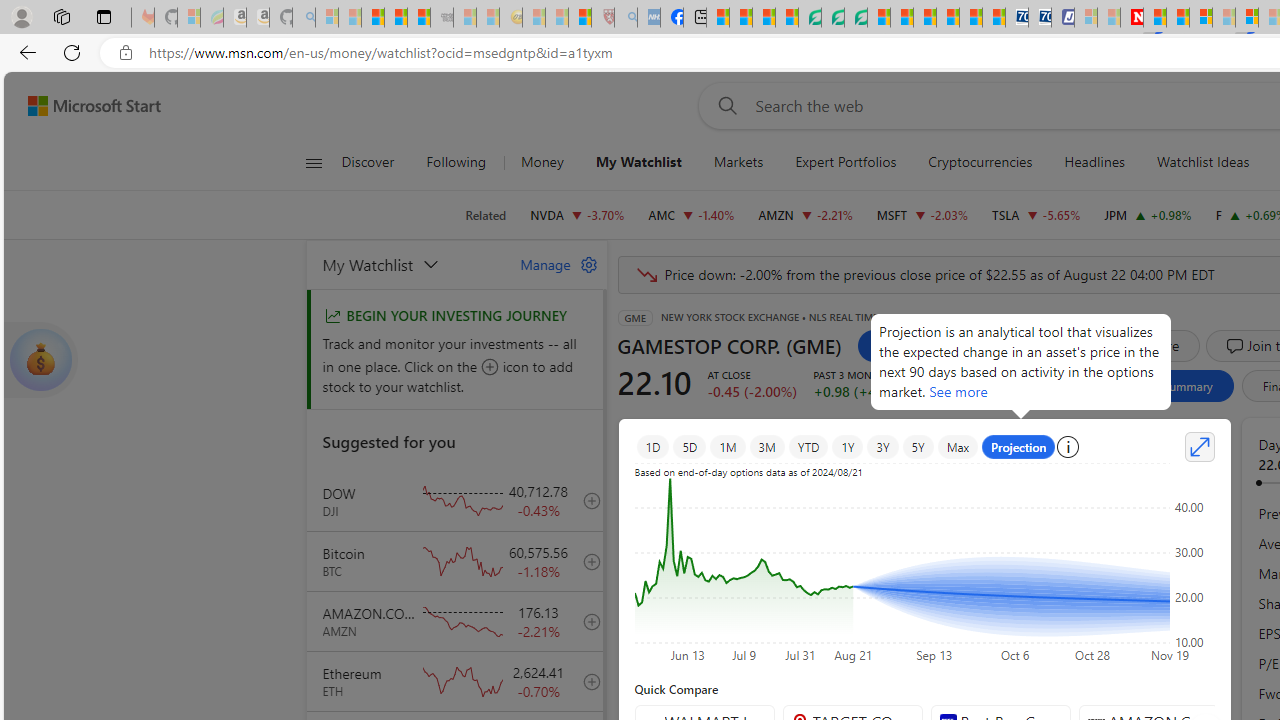 Image resolution: width=1280 pixels, height=720 pixels. I want to click on 'Class: recharts-surface', so click(923, 568).